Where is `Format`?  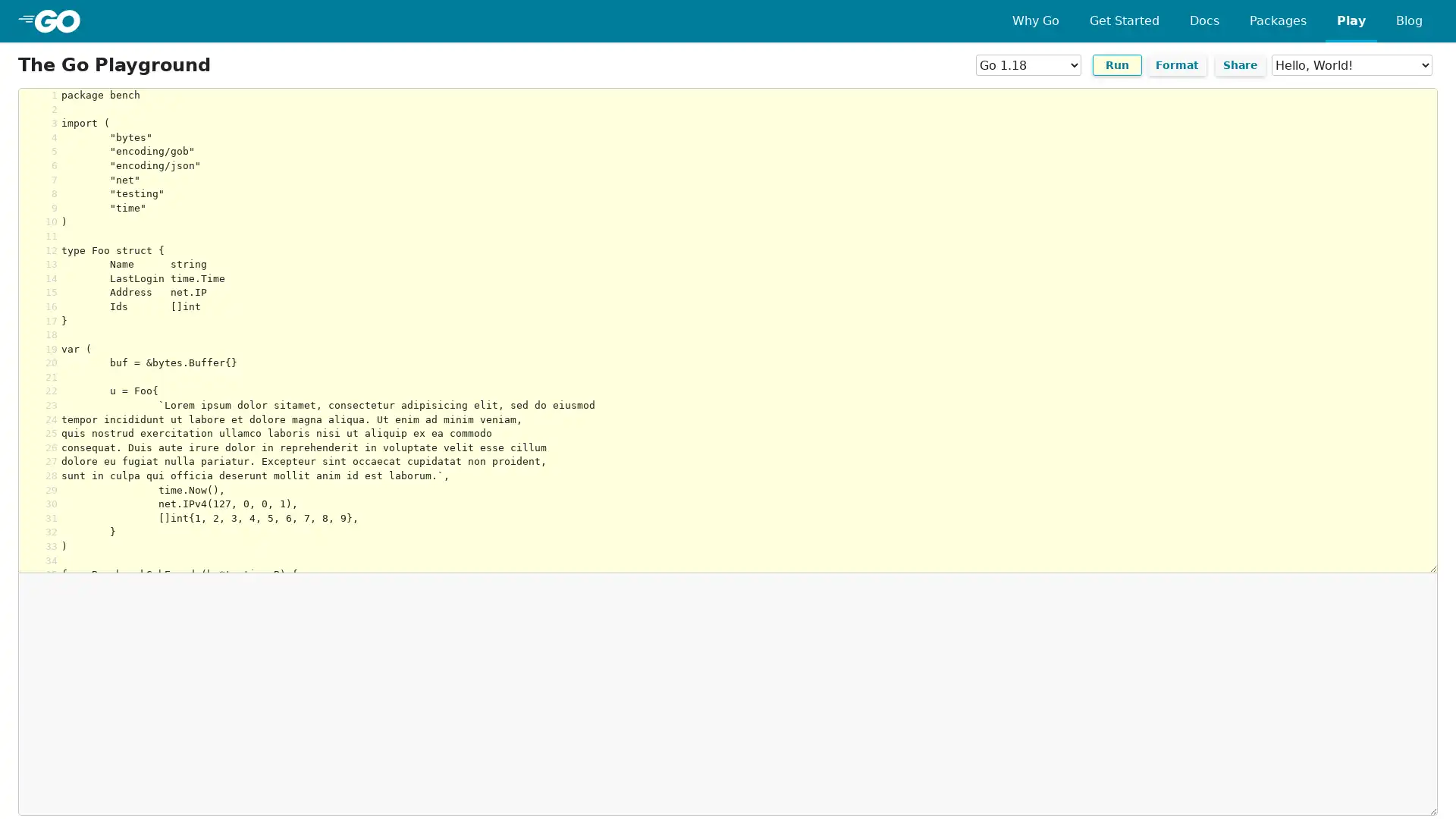
Format is located at coordinates (1176, 64).